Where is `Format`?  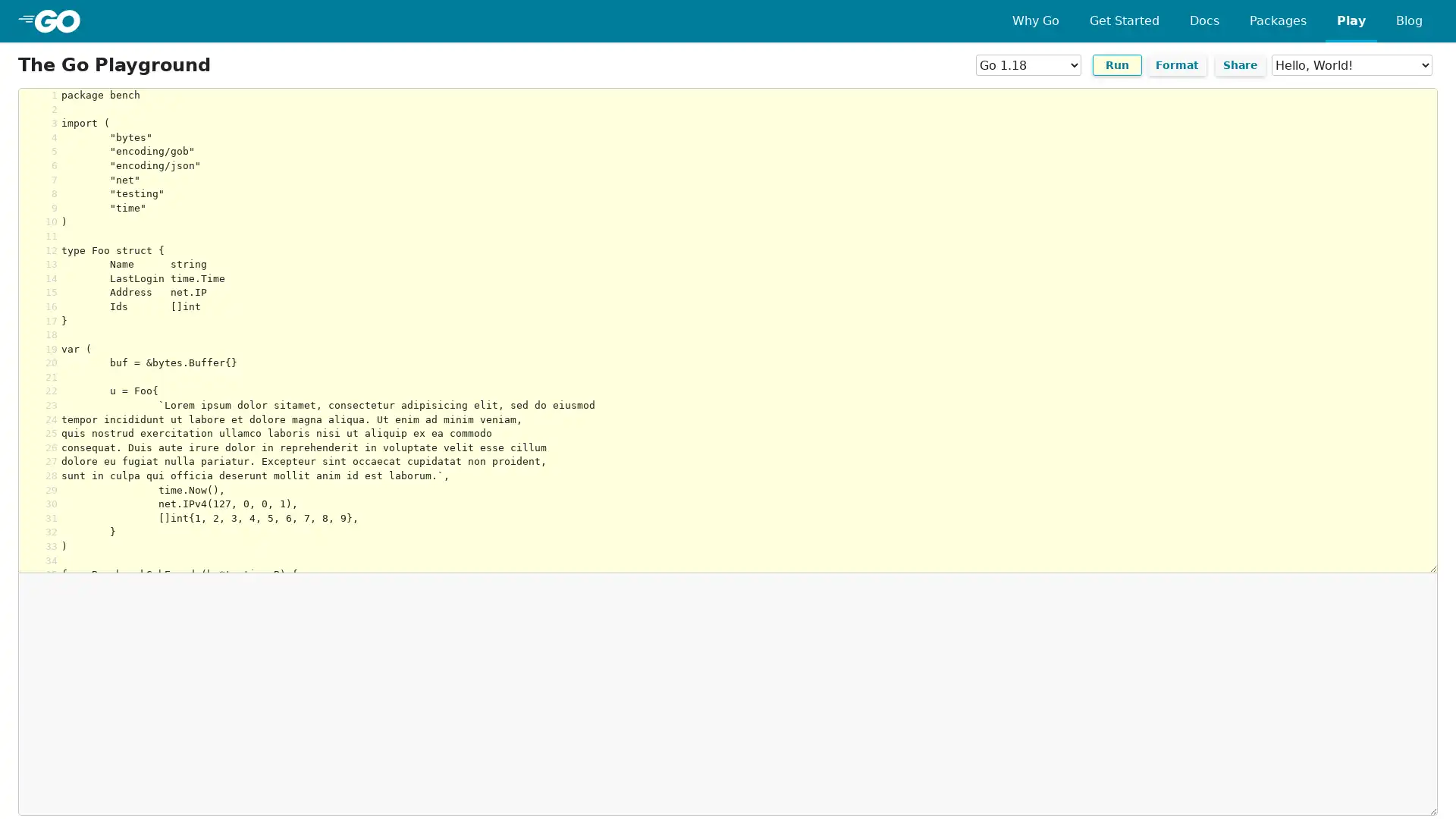
Format is located at coordinates (1176, 64).